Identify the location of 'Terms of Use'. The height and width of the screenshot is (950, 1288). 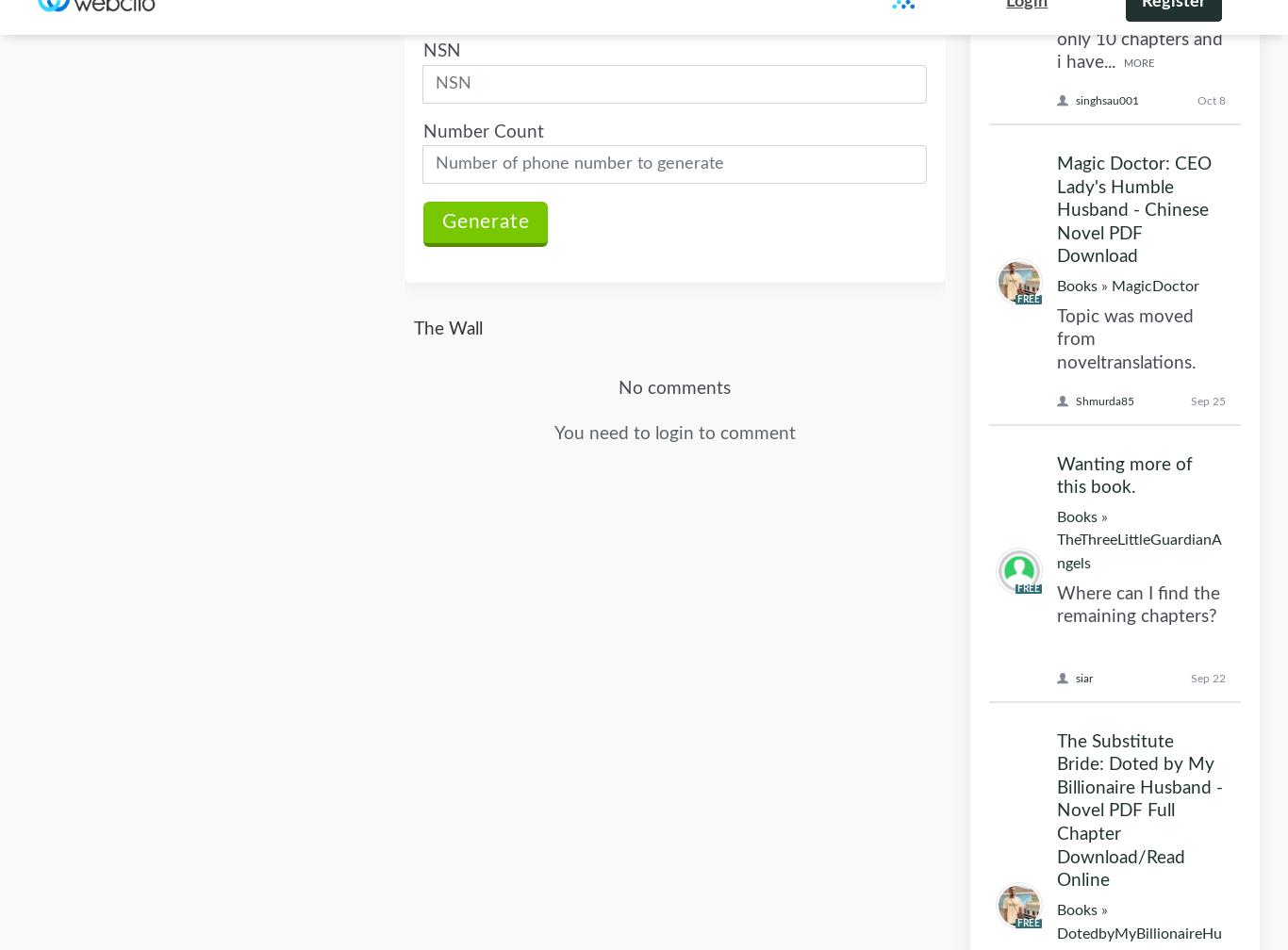
(543, 810).